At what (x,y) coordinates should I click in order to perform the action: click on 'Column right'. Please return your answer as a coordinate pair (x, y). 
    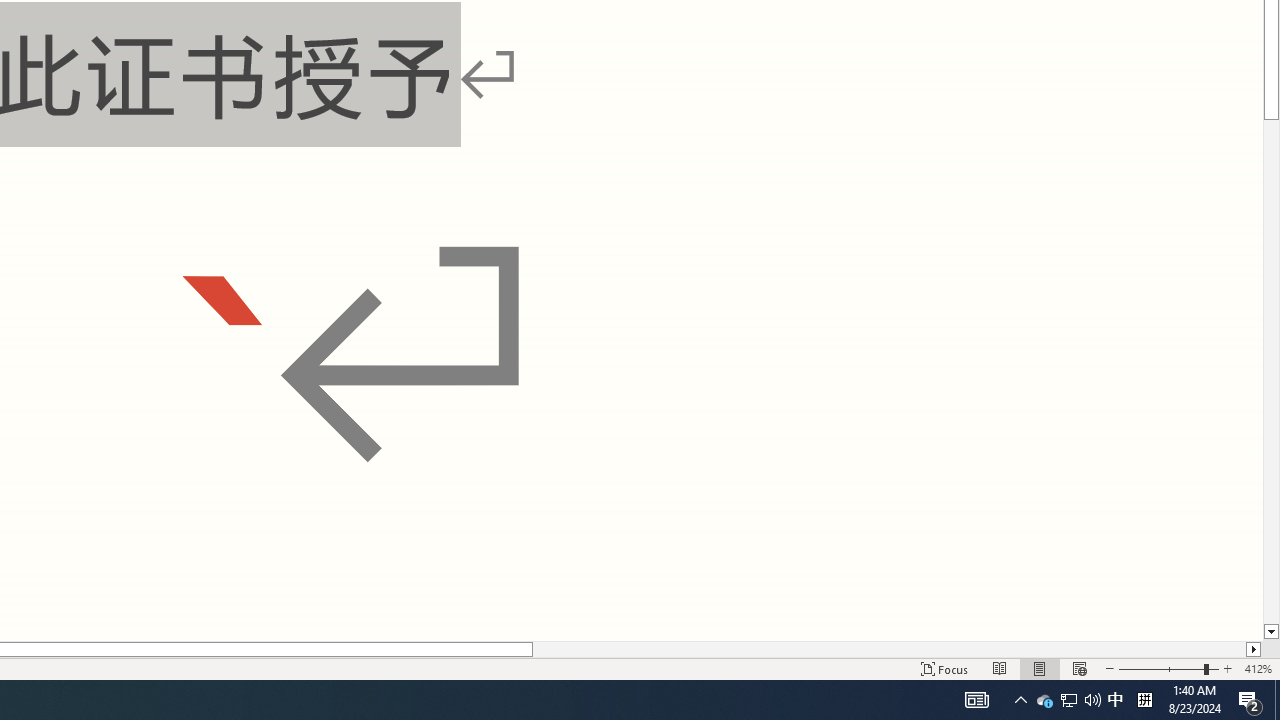
    Looking at the image, I should click on (1253, 649).